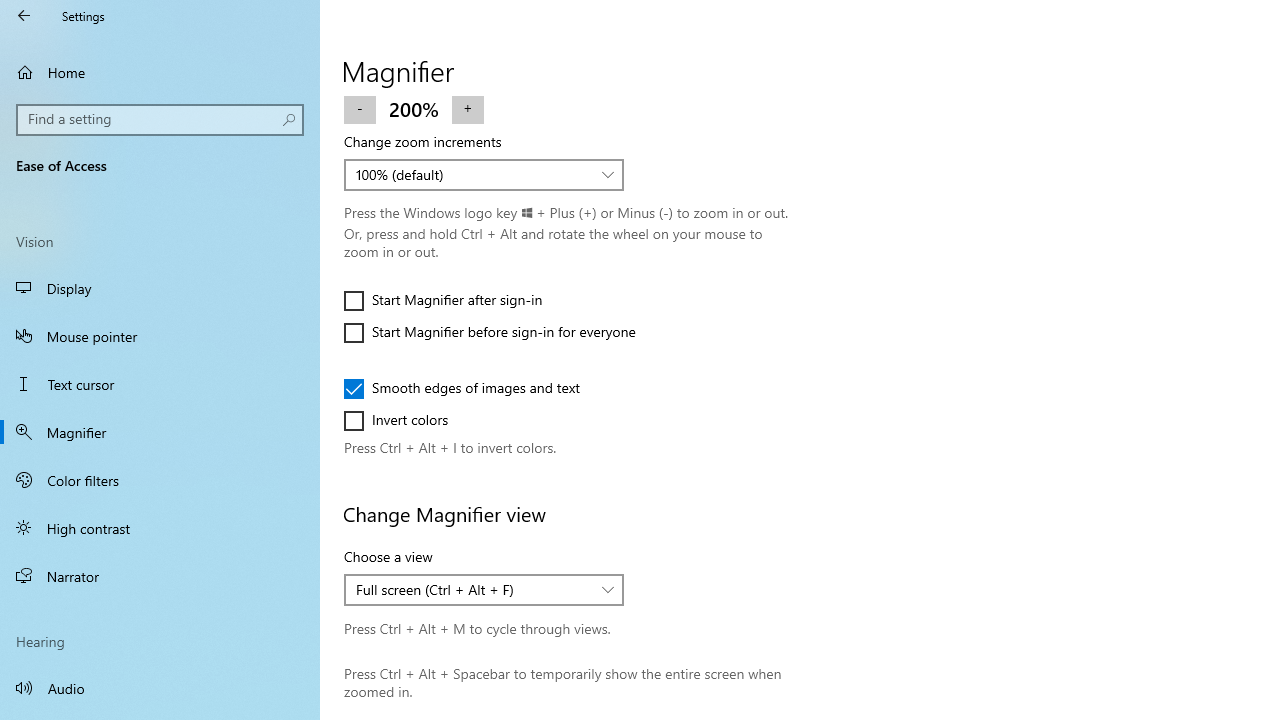 This screenshot has height=720, width=1280. What do you see at coordinates (160, 384) in the screenshot?
I see `'Text cursor'` at bounding box center [160, 384].